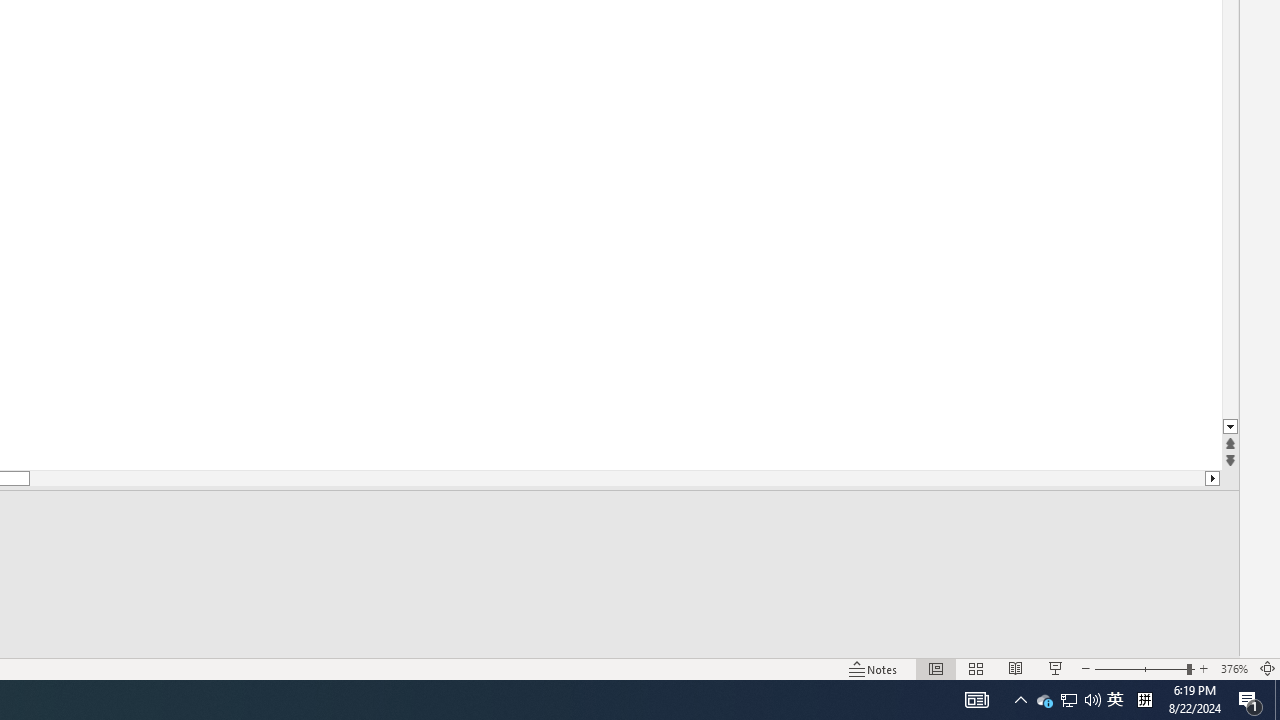 This screenshot has height=720, width=1280. Describe the element at coordinates (1233, 669) in the screenshot. I see `'Zoom 376%'` at that location.